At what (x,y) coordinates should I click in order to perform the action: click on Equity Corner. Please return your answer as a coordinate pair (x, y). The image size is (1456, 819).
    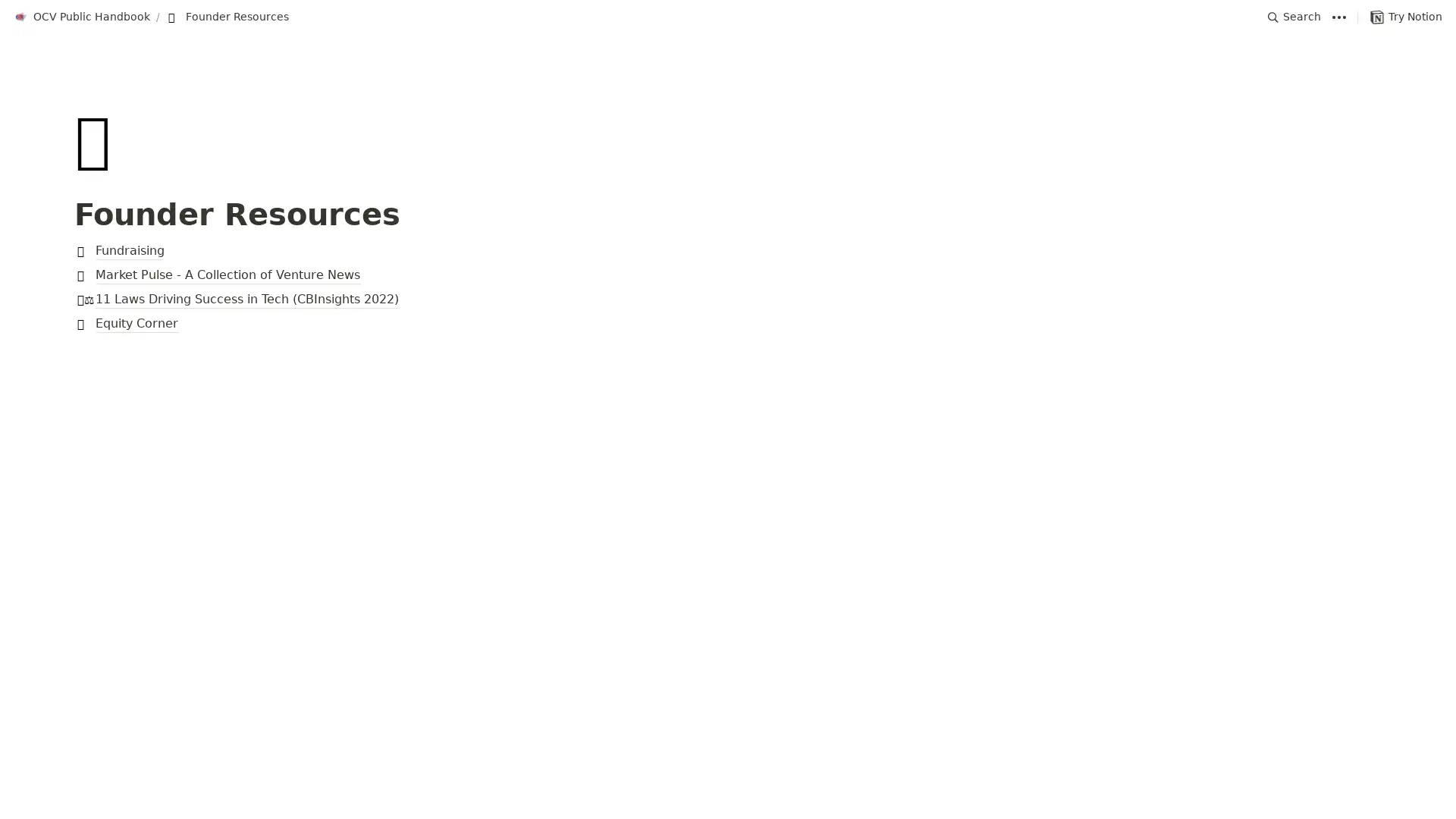
    Looking at the image, I should click on (728, 324).